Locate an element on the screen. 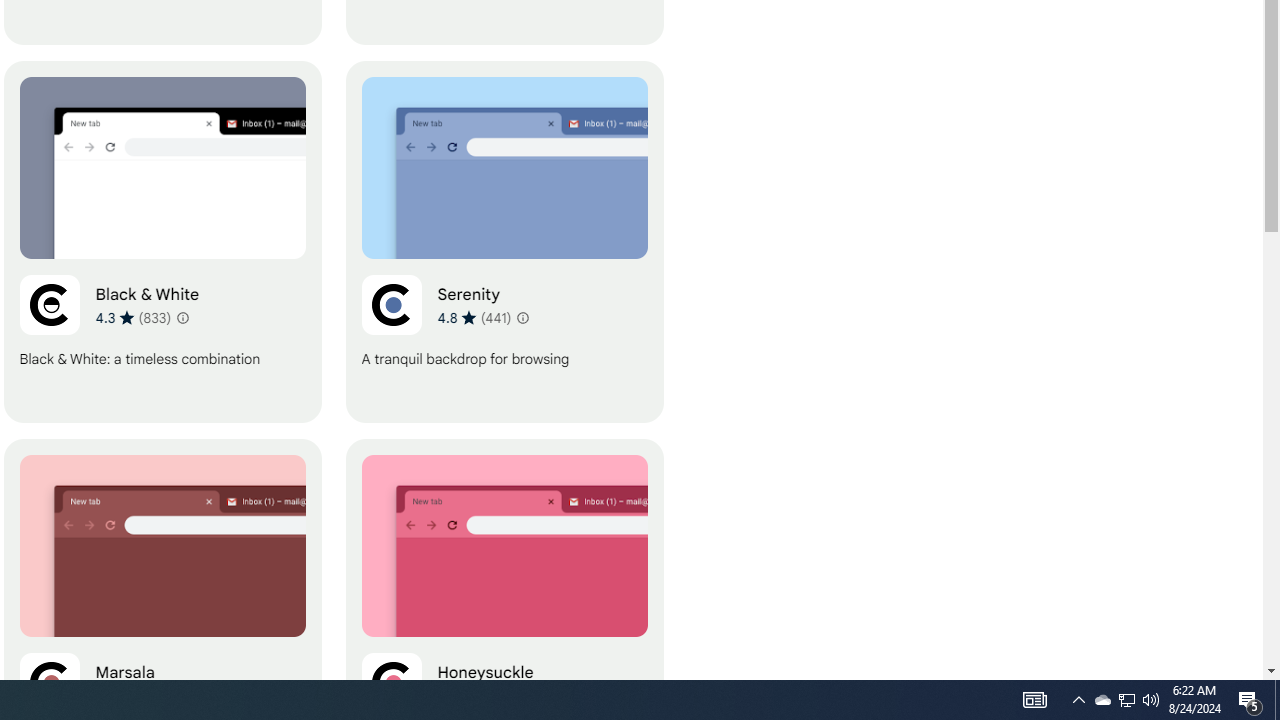 The image size is (1280, 720). 'Learn more about results and reviews "Serenity"' is located at coordinates (522, 316).